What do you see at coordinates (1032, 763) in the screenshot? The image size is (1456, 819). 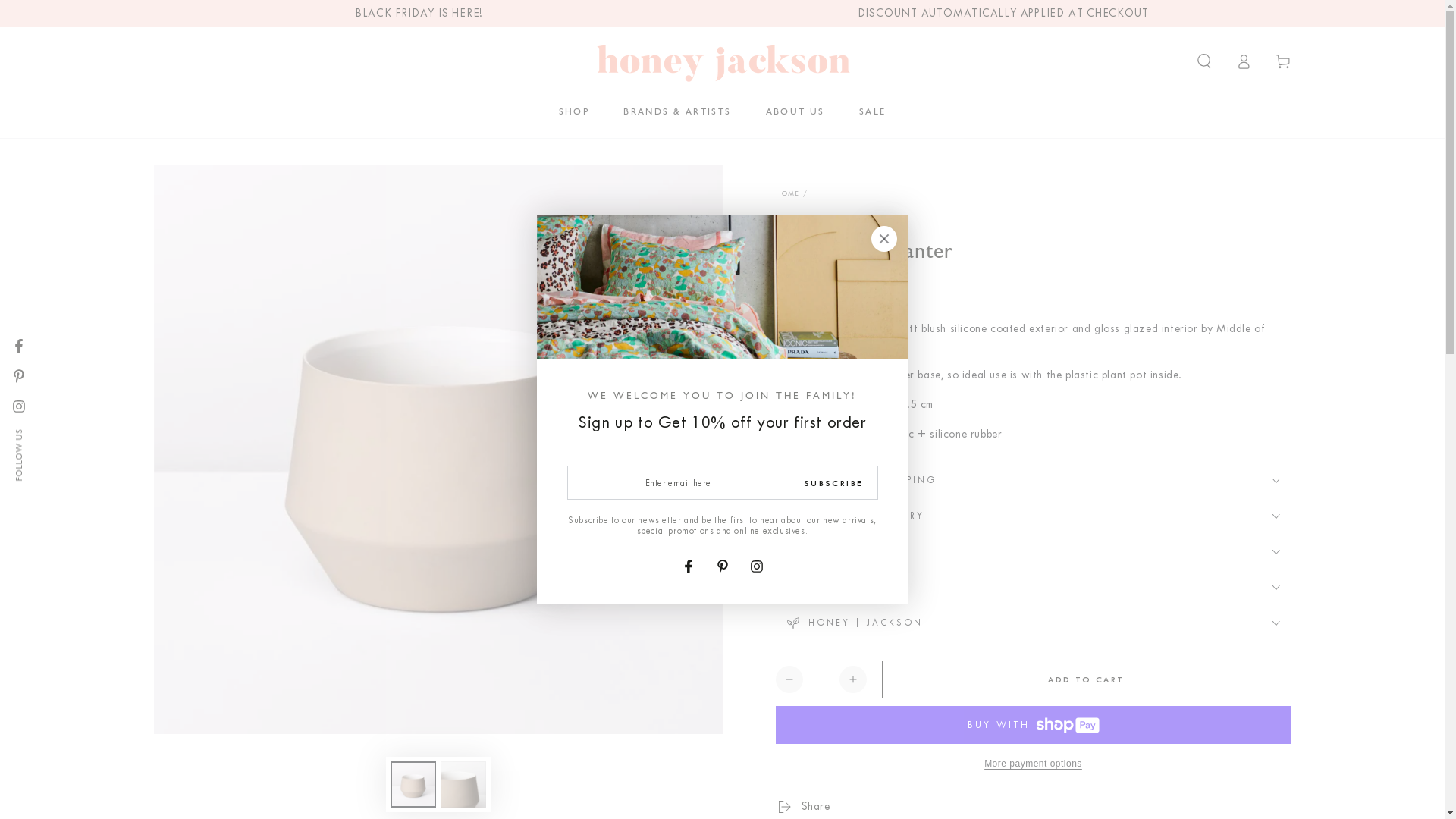 I see `'More payment options'` at bounding box center [1032, 763].